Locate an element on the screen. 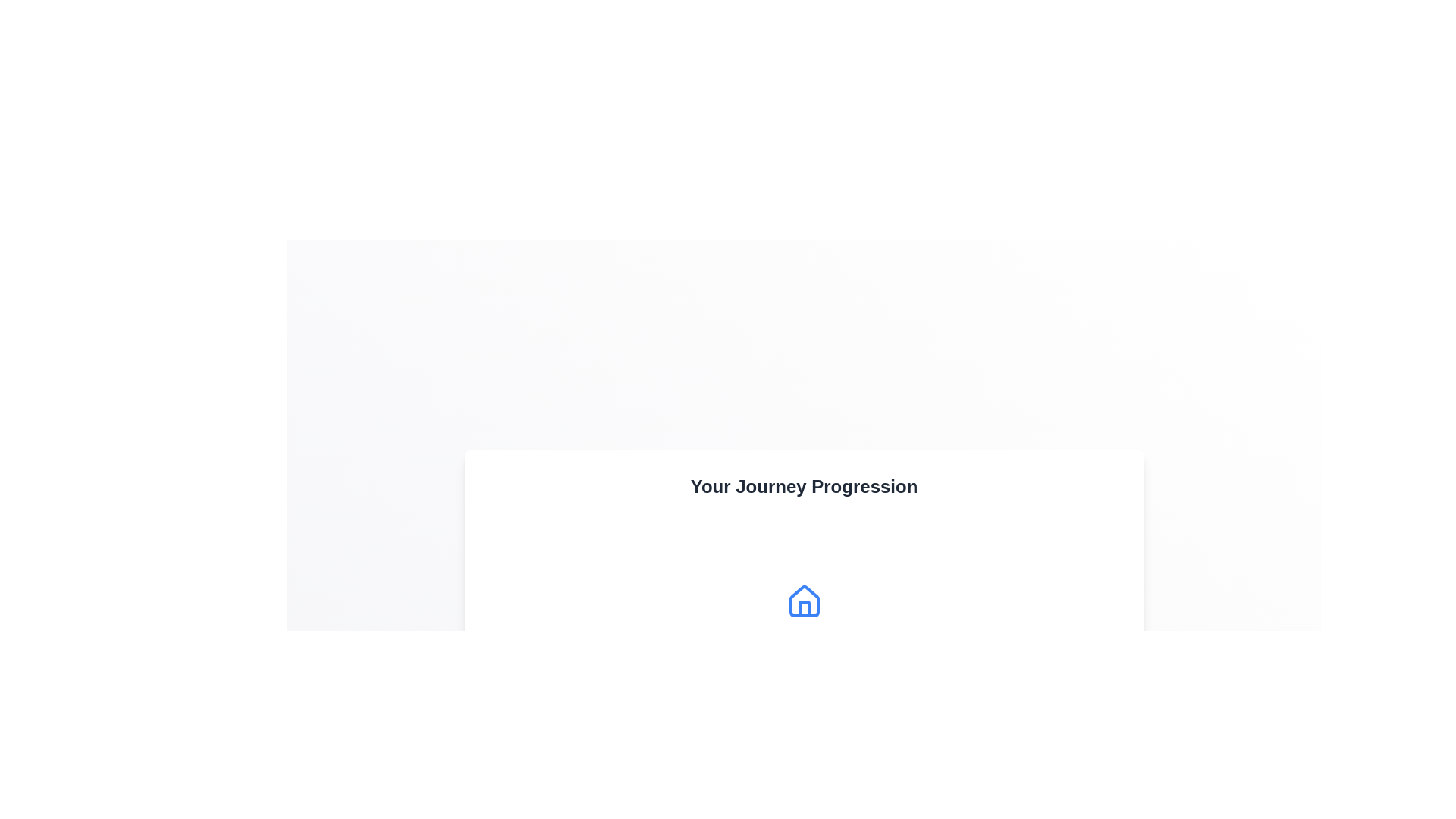 The width and height of the screenshot is (1456, 819). the heading text labeled 'Your Journey Progression' for accessibility purposes is located at coordinates (803, 486).